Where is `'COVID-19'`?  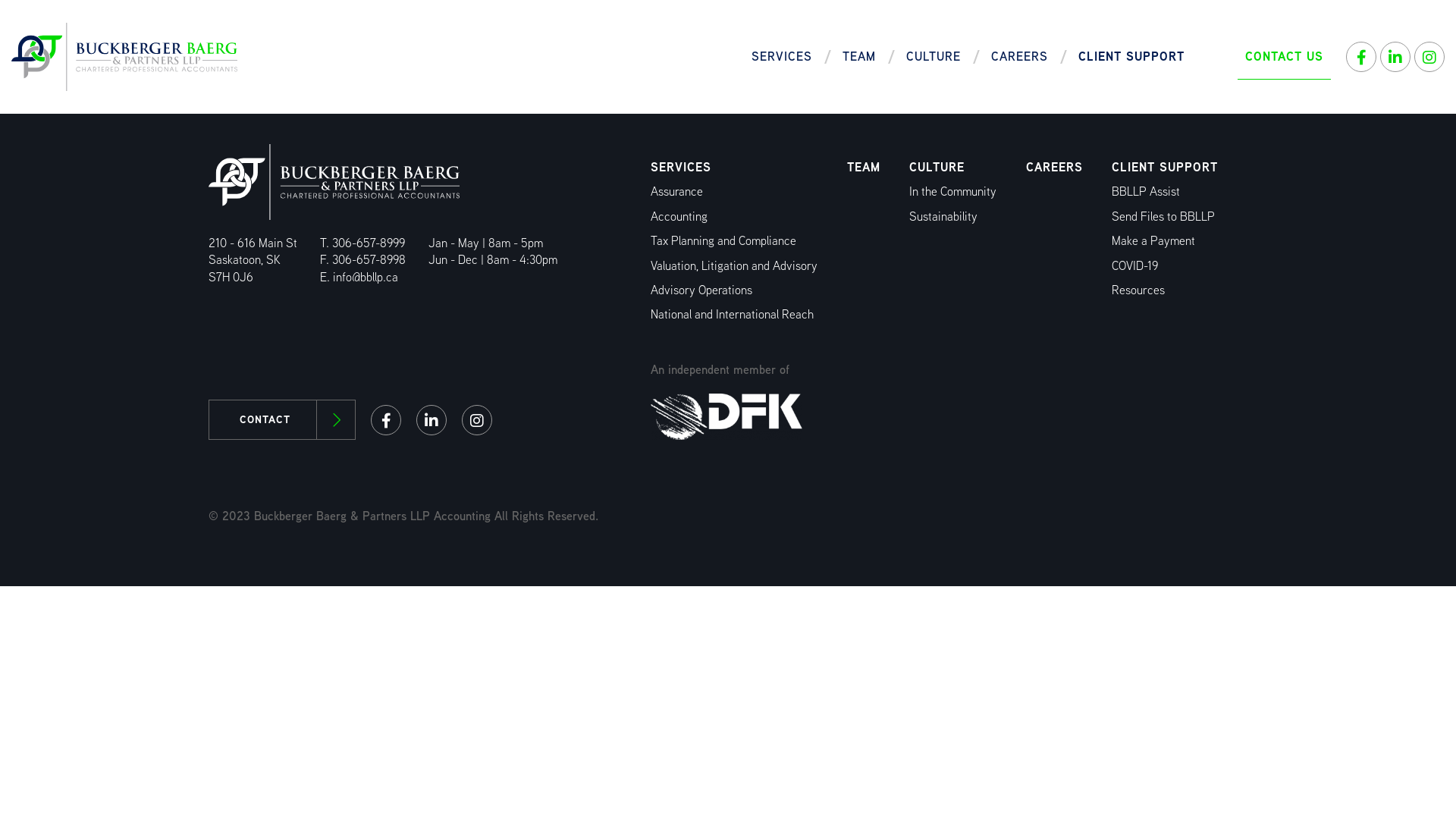 'COVID-19' is located at coordinates (1134, 265).